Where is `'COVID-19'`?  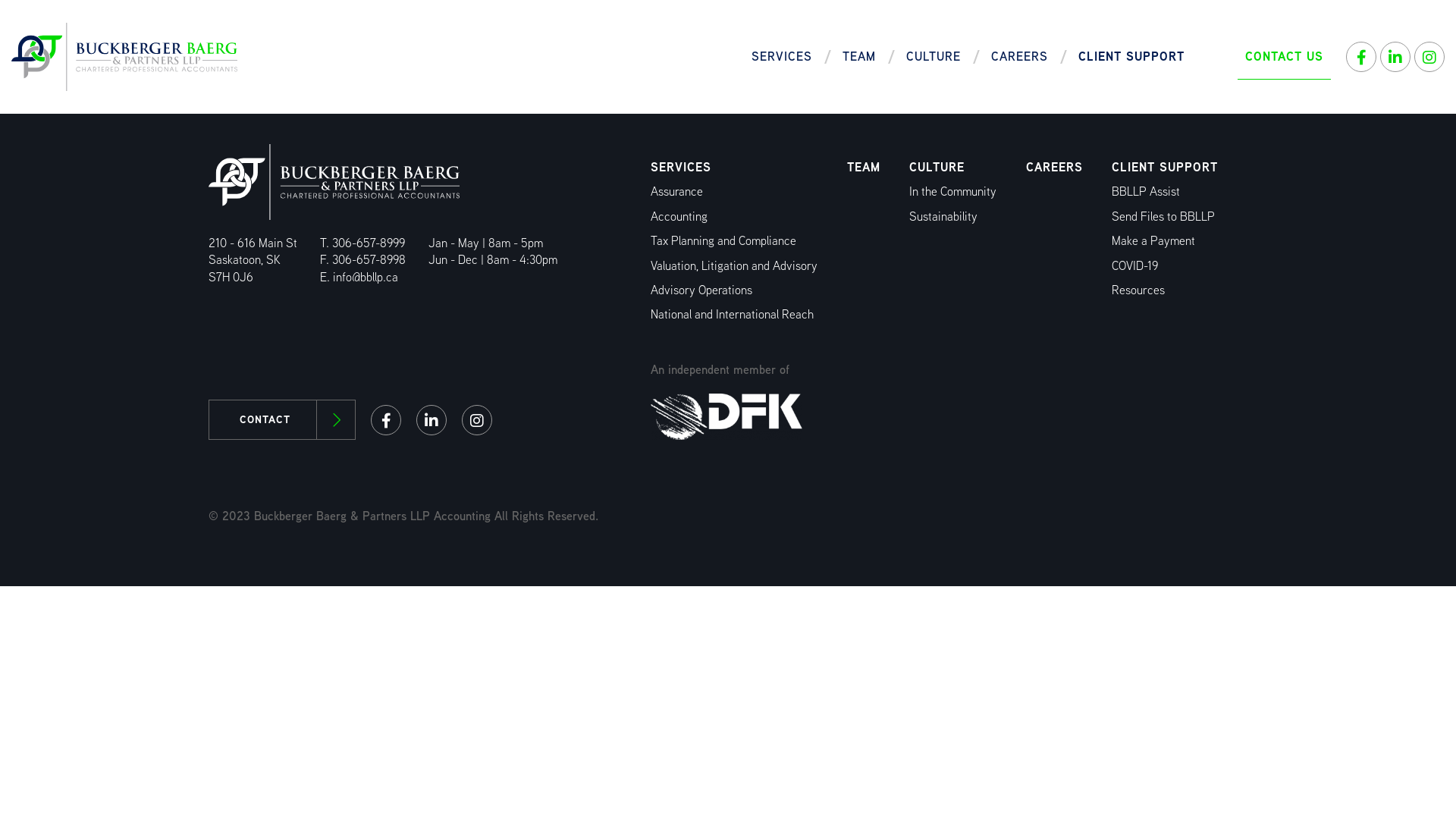 'COVID-19' is located at coordinates (1134, 265).